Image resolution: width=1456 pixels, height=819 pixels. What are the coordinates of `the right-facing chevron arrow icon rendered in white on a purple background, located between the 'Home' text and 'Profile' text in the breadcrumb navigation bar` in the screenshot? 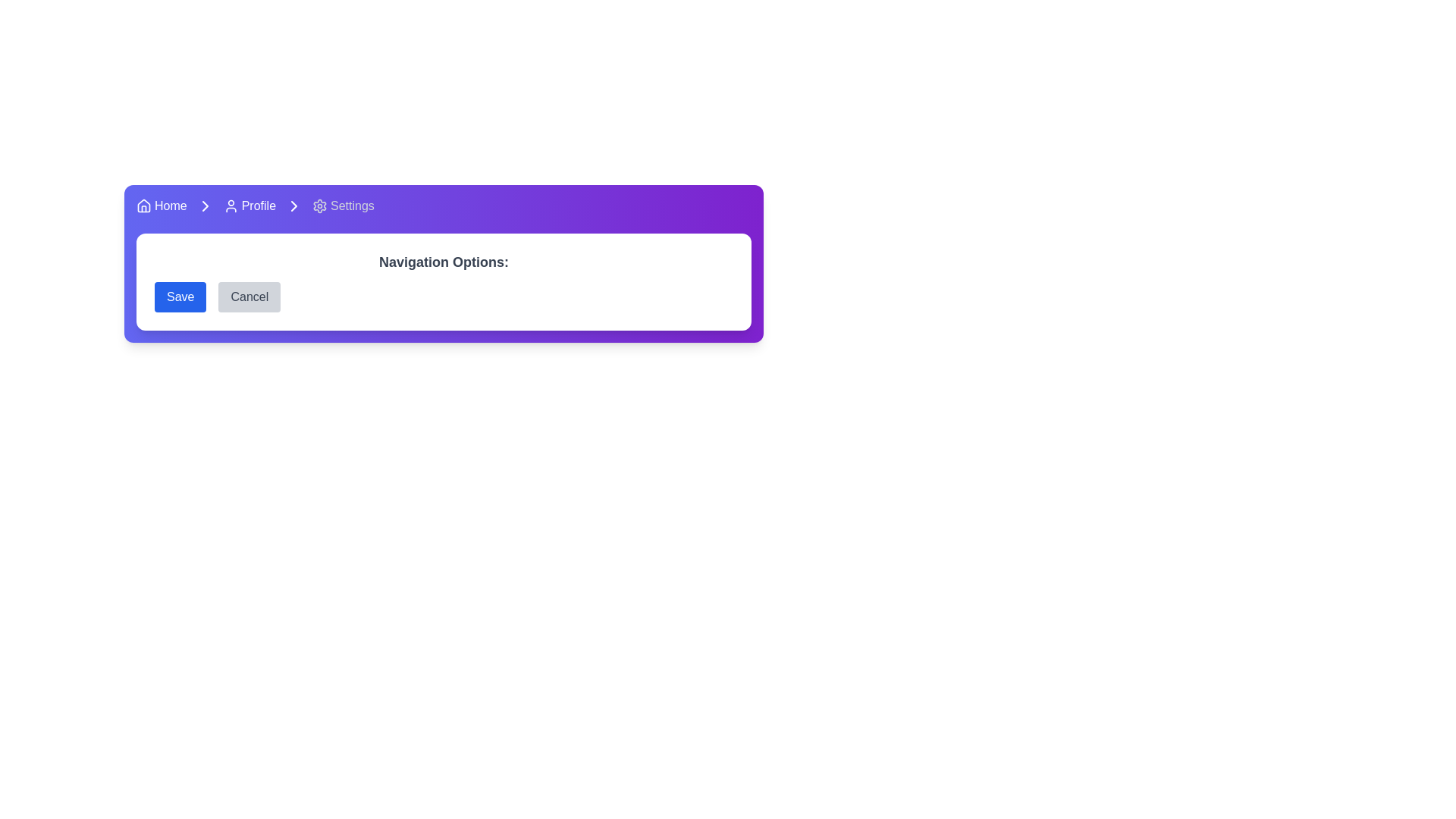 It's located at (204, 206).